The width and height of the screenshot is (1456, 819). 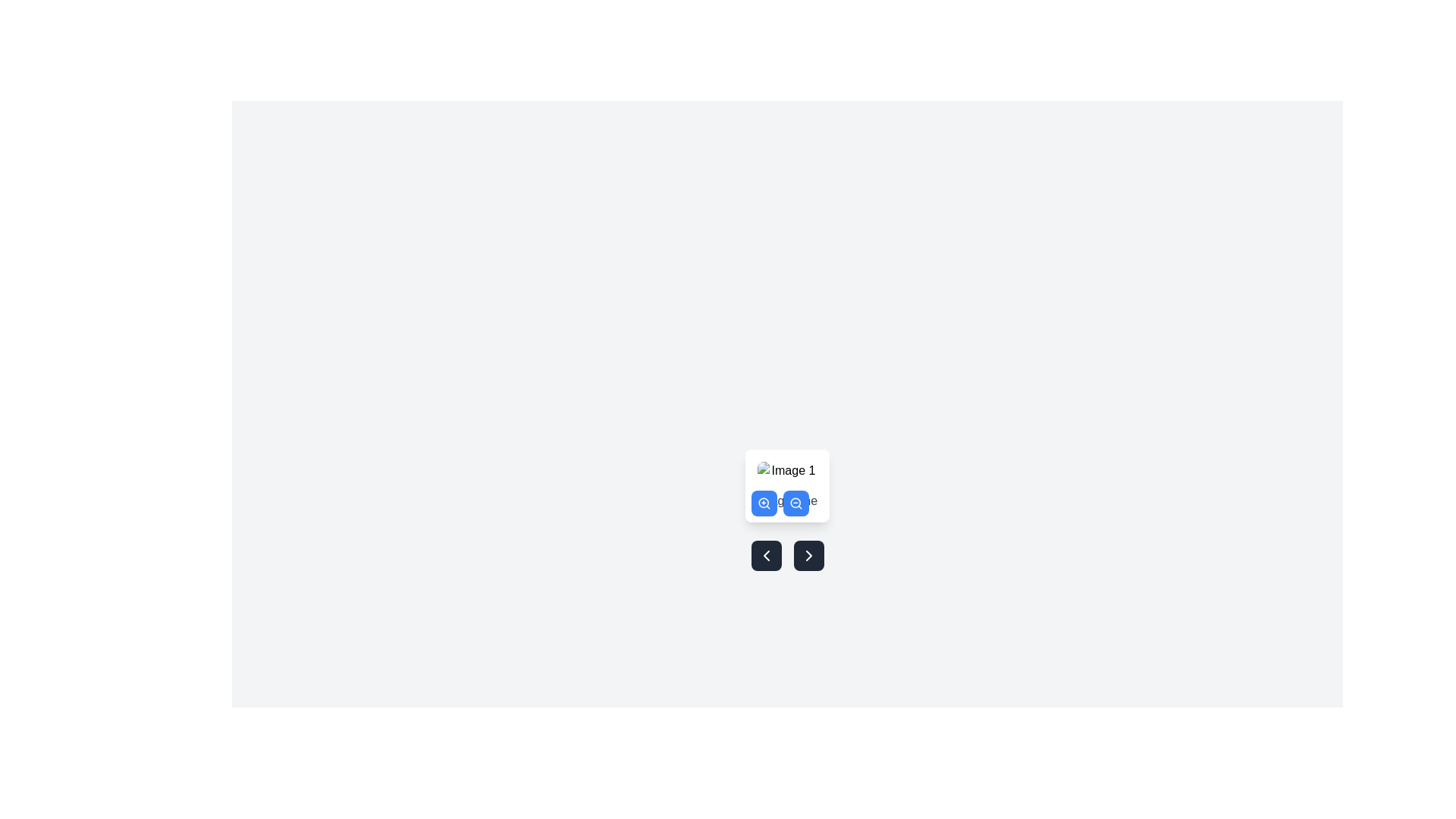 I want to click on the left arrow button, so click(x=766, y=555).